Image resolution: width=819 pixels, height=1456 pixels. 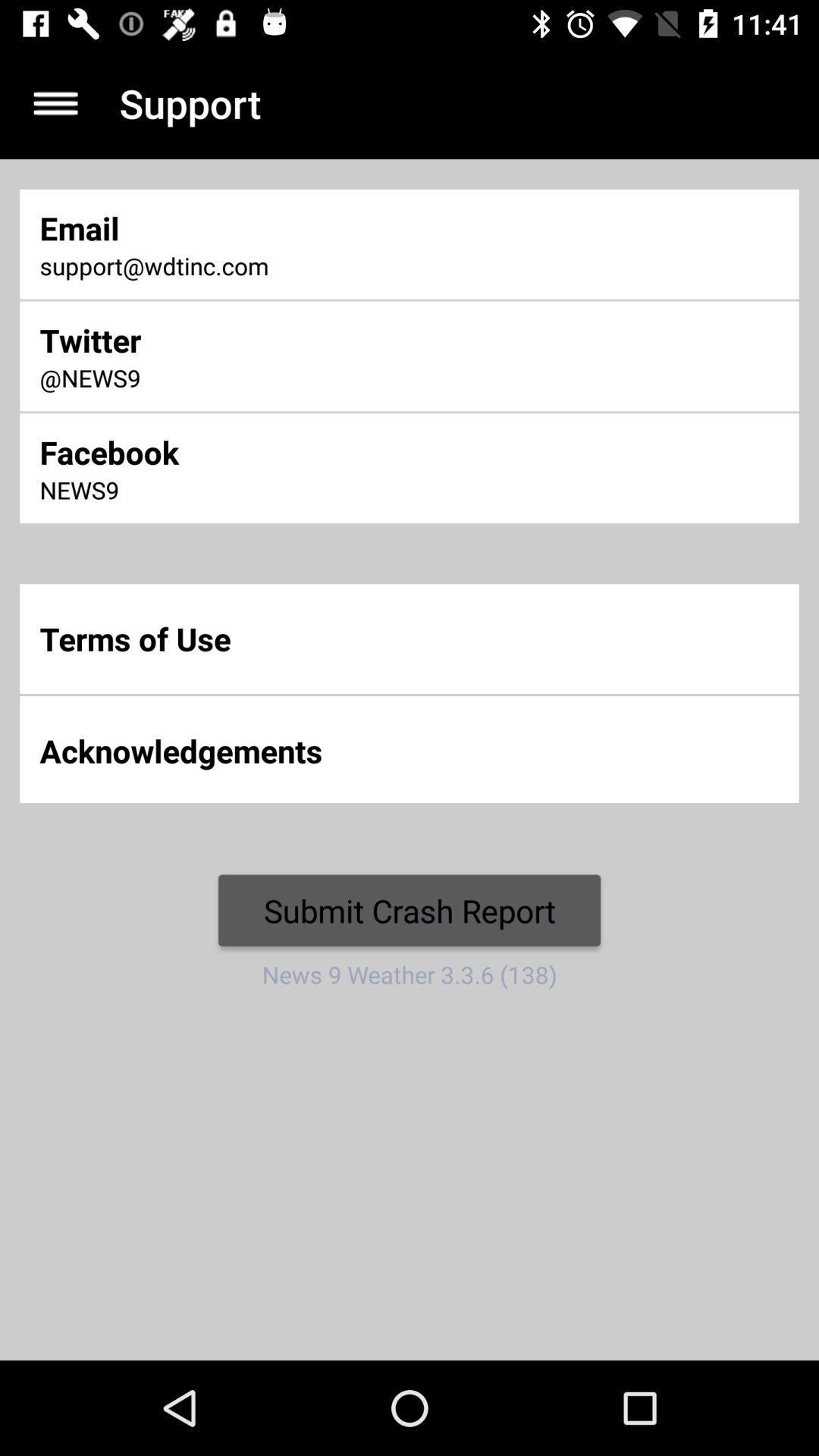 I want to click on the icon above news 9 weather, so click(x=409, y=910).